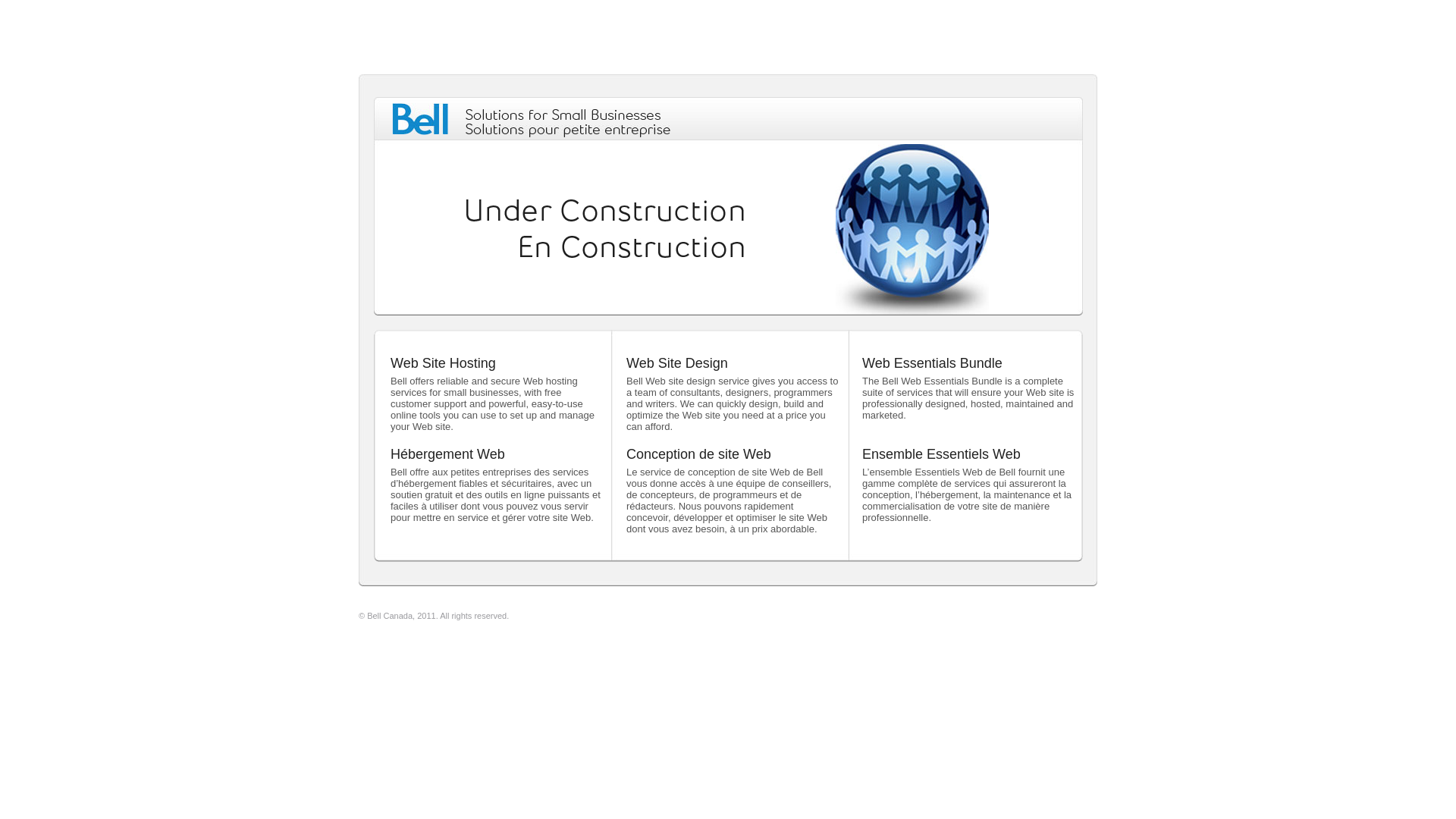  I want to click on 'En Construction', so click(520, 246).